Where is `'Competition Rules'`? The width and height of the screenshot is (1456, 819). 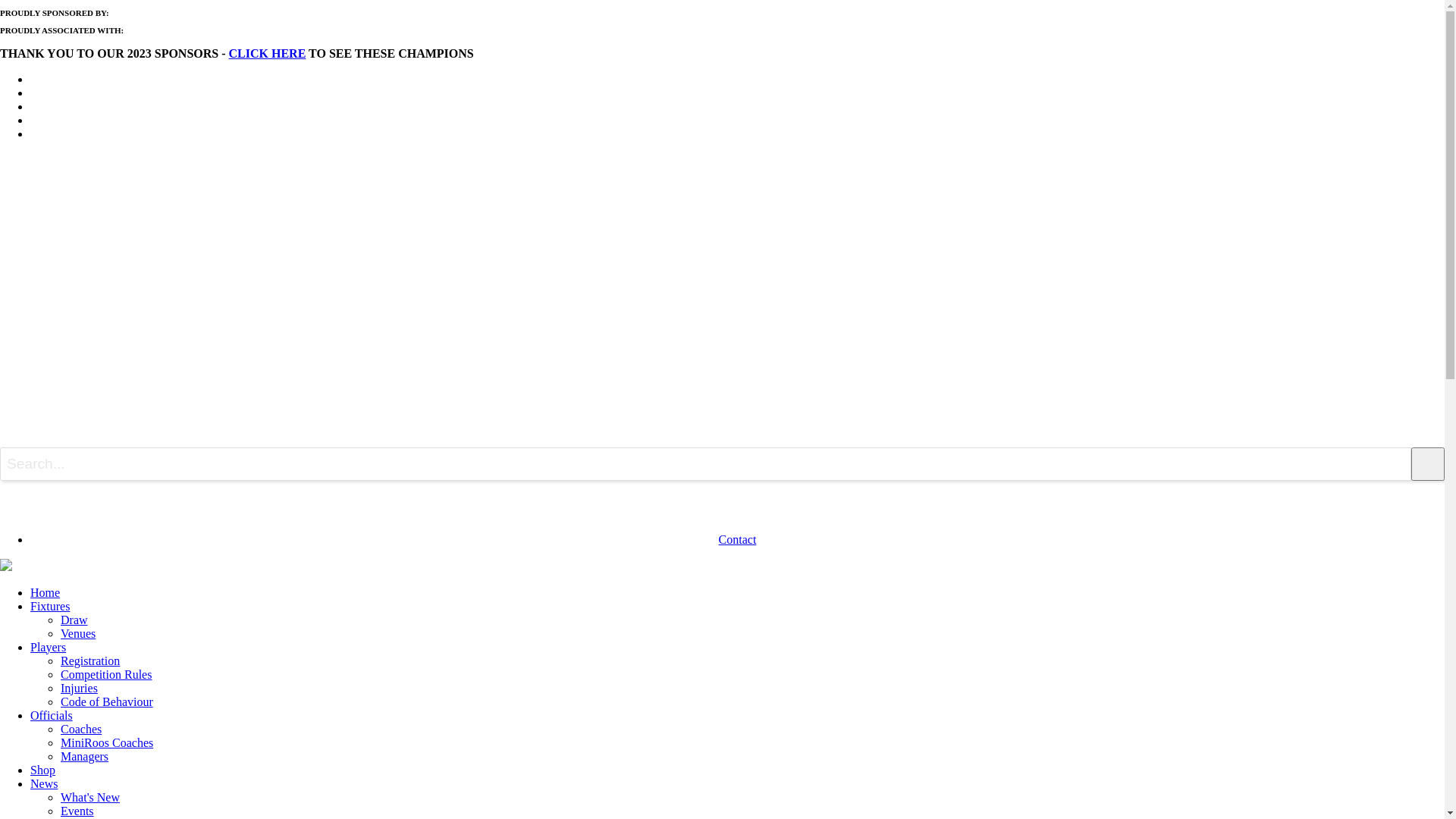 'Competition Rules' is located at coordinates (105, 673).